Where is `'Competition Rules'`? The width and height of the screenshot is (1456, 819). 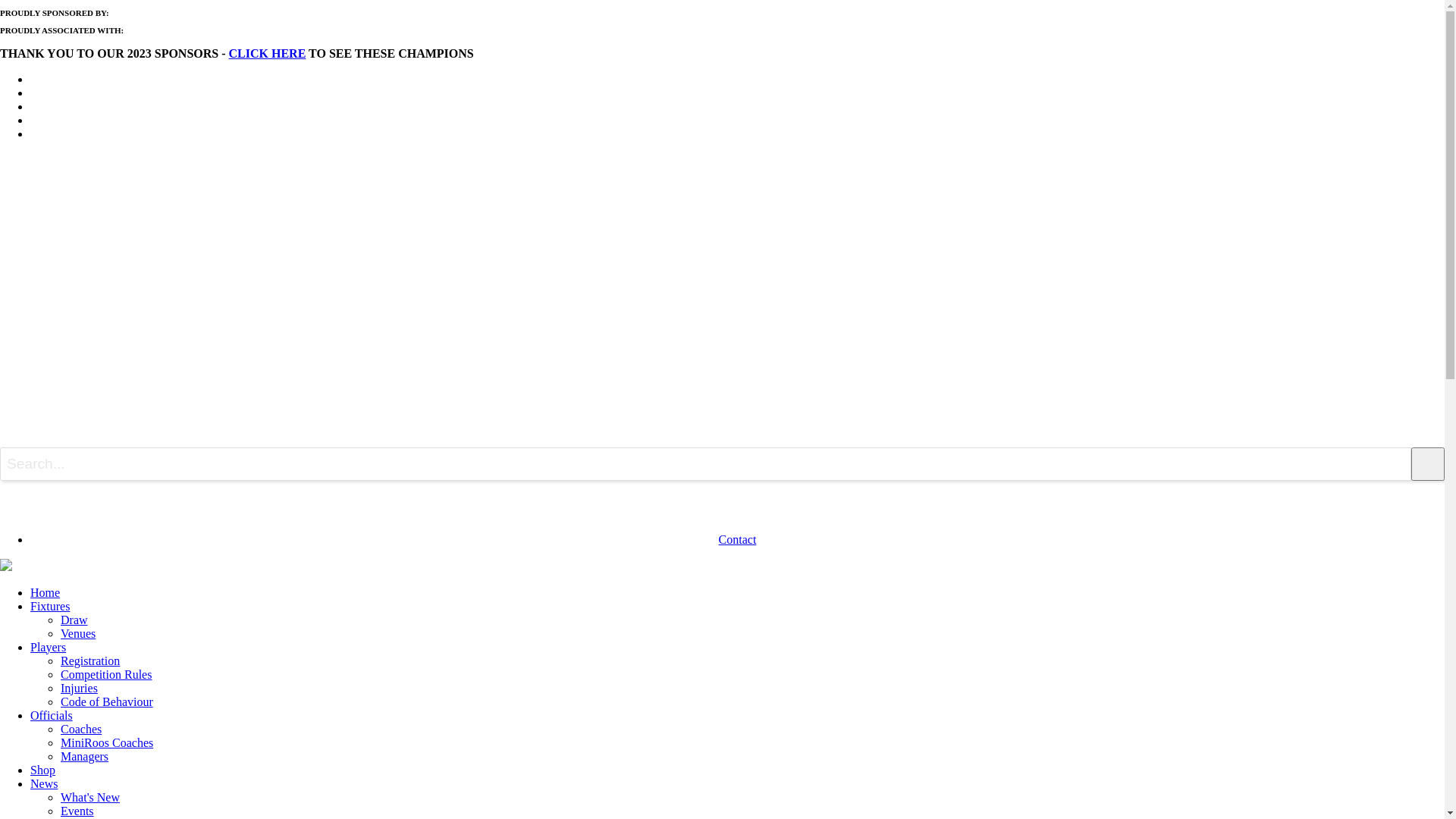 'Competition Rules' is located at coordinates (105, 673).